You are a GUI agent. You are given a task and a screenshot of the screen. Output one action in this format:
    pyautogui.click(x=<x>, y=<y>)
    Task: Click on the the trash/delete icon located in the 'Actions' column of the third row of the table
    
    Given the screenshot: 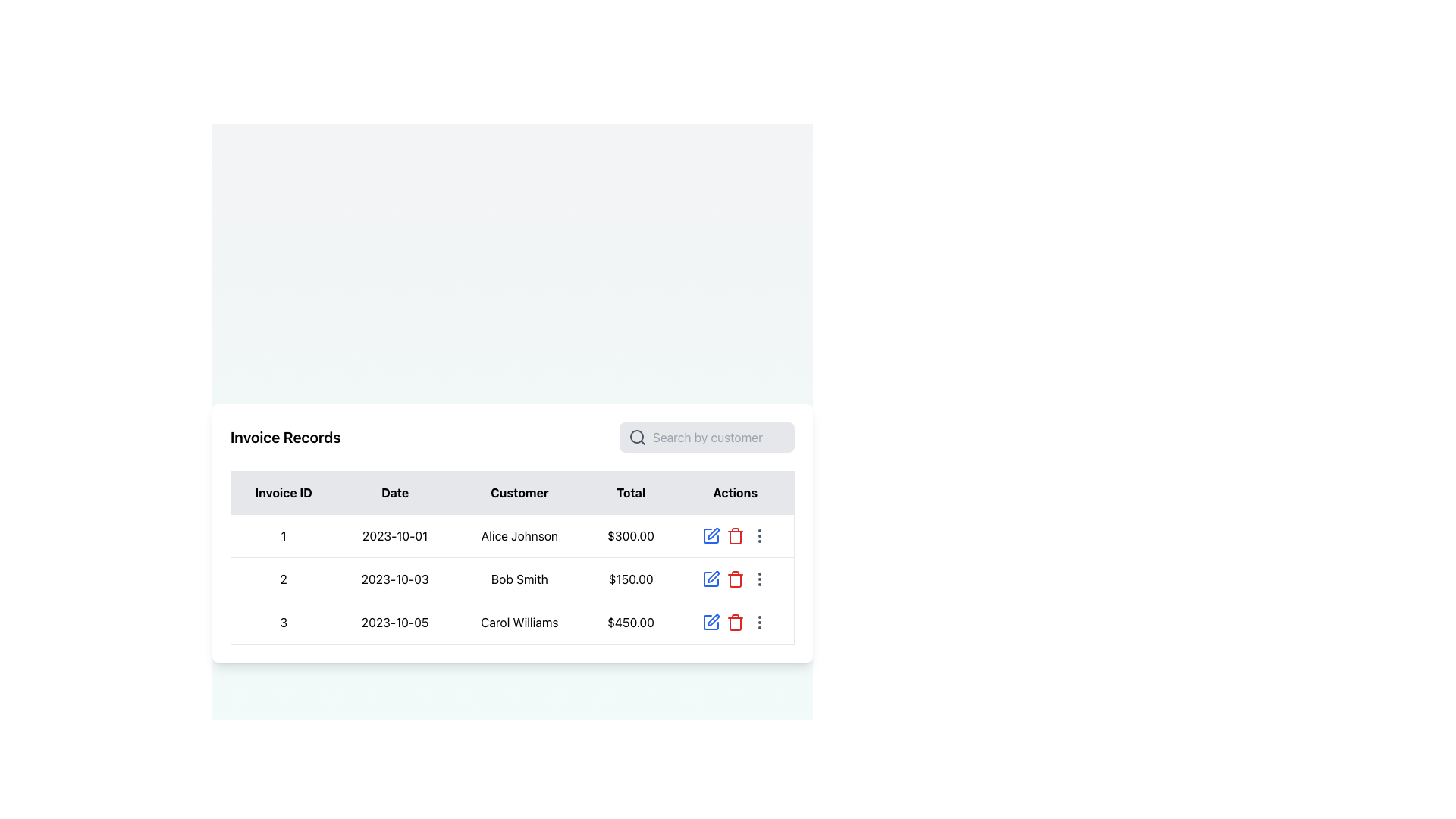 What is the action you would take?
    pyautogui.click(x=735, y=623)
    